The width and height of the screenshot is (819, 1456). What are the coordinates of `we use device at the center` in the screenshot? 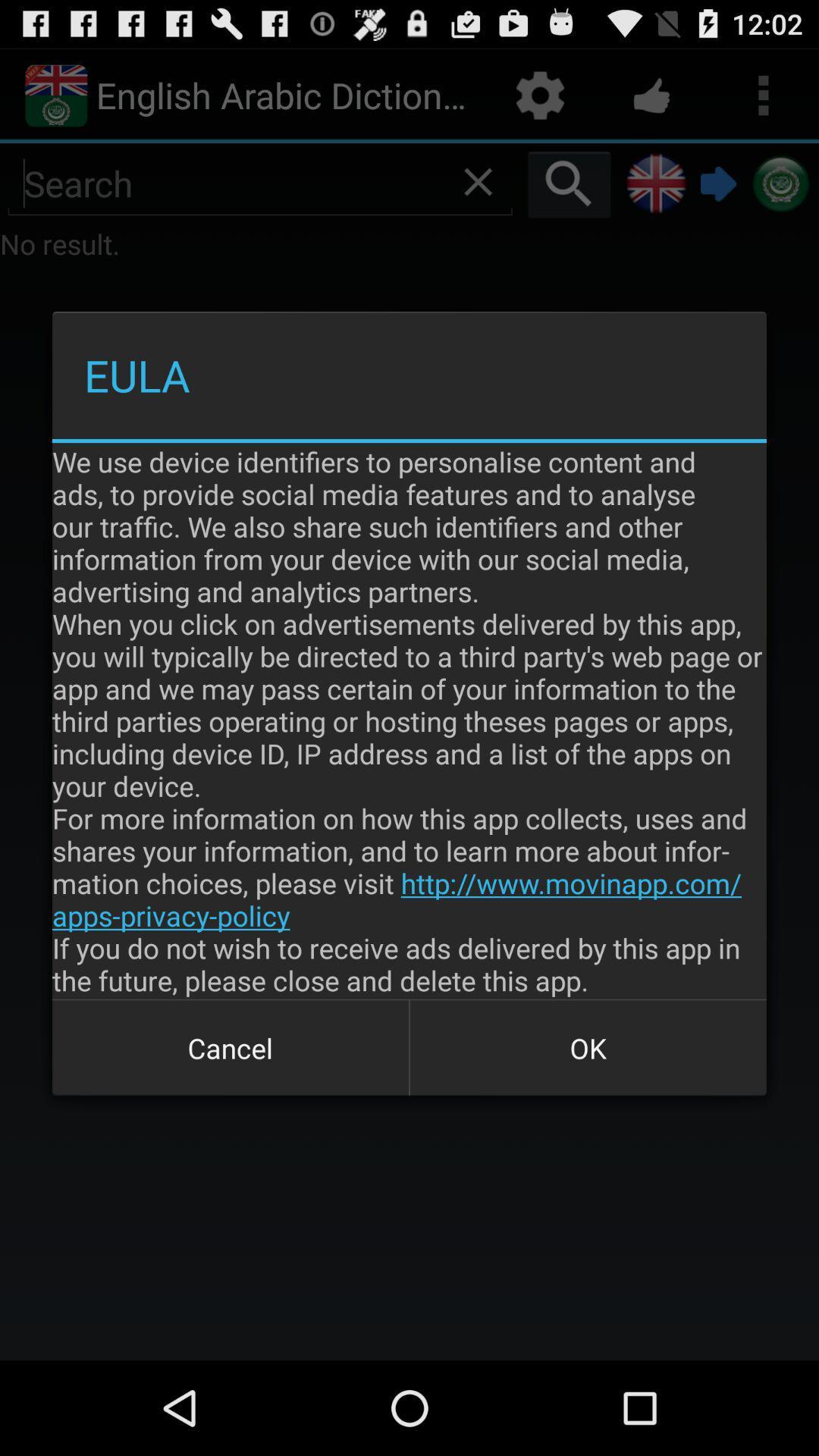 It's located at (409, 720).